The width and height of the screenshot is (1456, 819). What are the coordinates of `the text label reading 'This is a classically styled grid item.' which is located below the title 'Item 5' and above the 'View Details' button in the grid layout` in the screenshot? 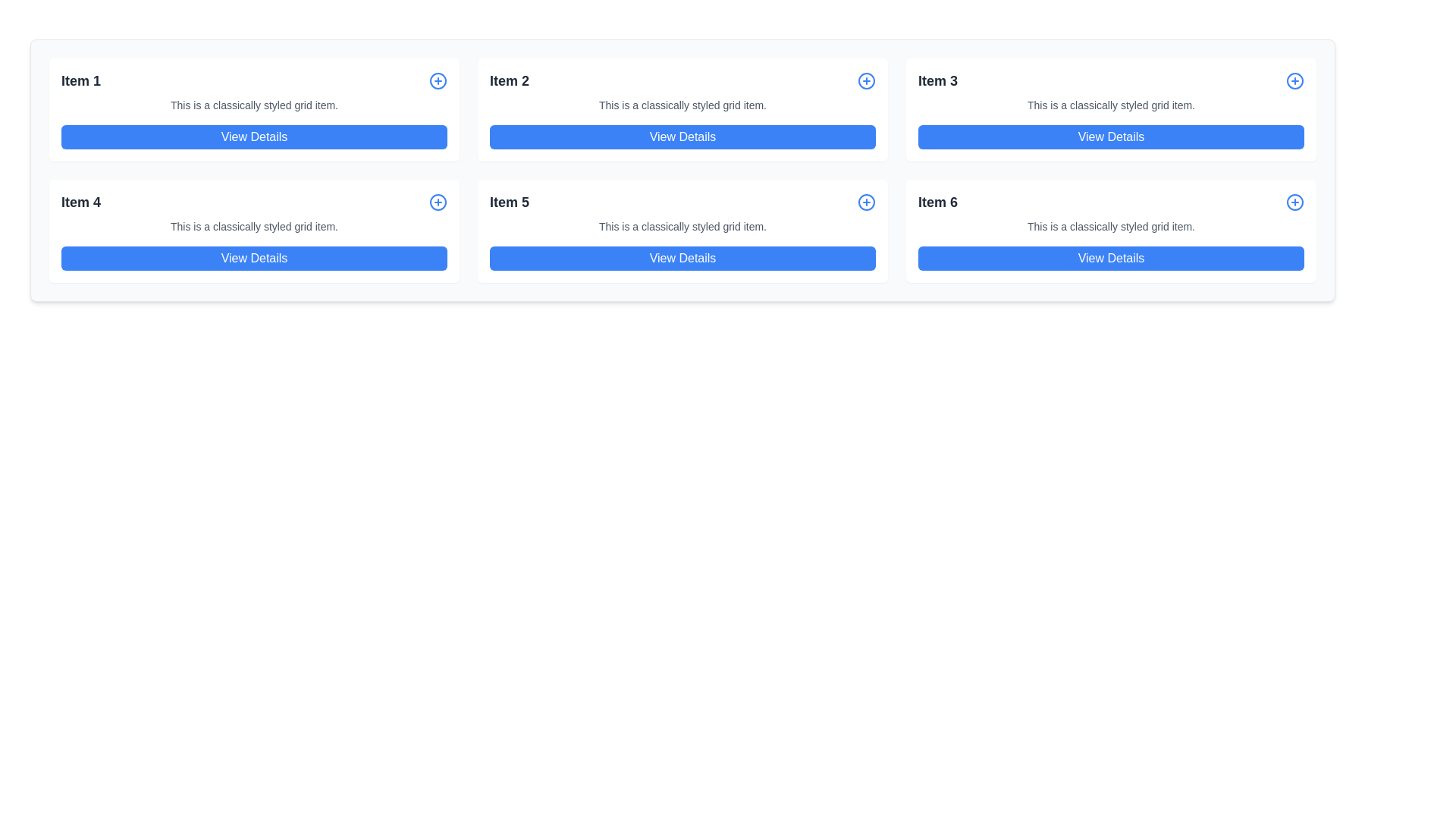 It's located at (682, 227).